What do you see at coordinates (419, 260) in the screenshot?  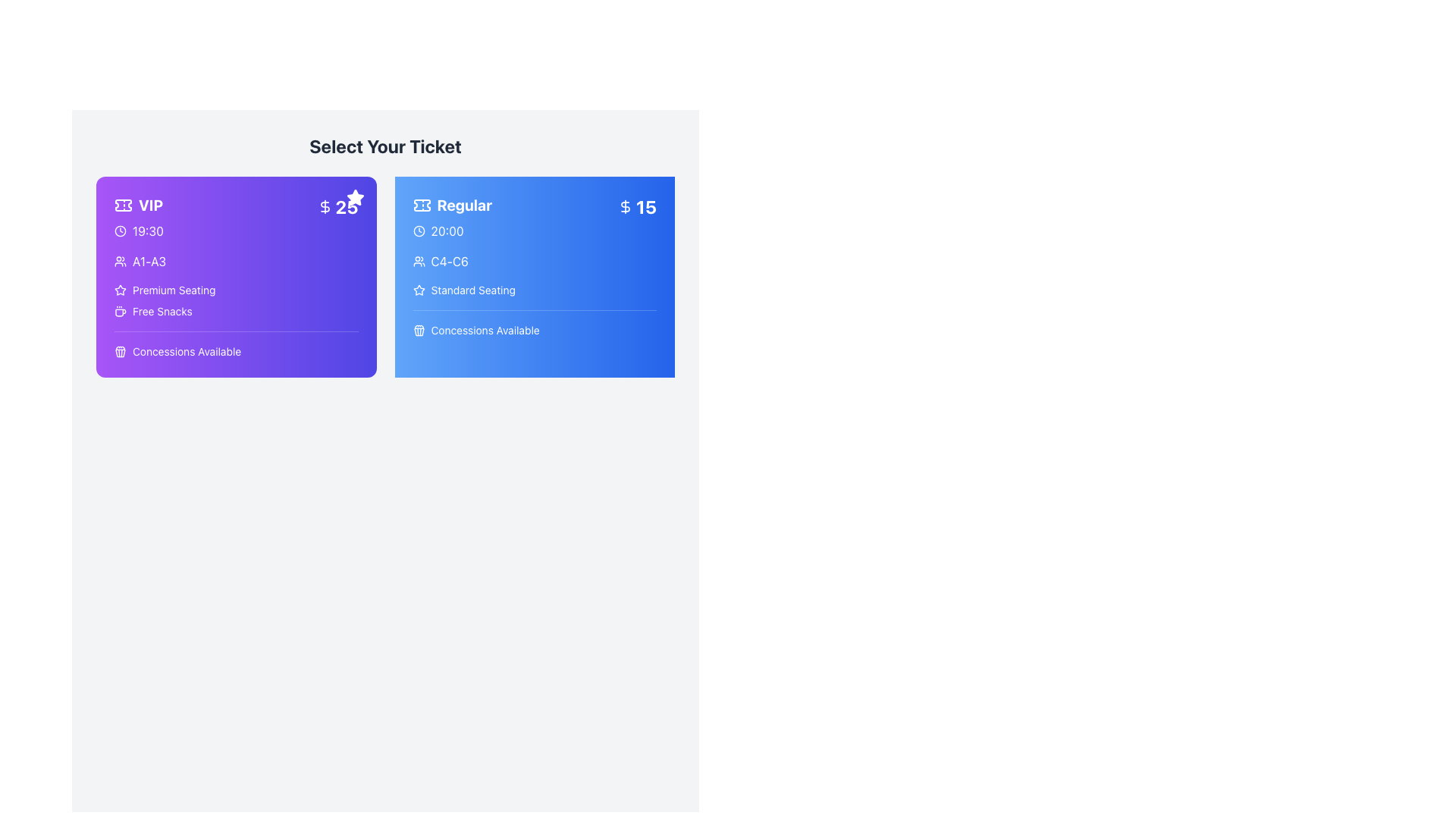 I see `the icon of two overlapping user figures located to the immediate left of the text 'C4-C6' in the 'Regular' ticket details card` at bounding box center [419, 260].